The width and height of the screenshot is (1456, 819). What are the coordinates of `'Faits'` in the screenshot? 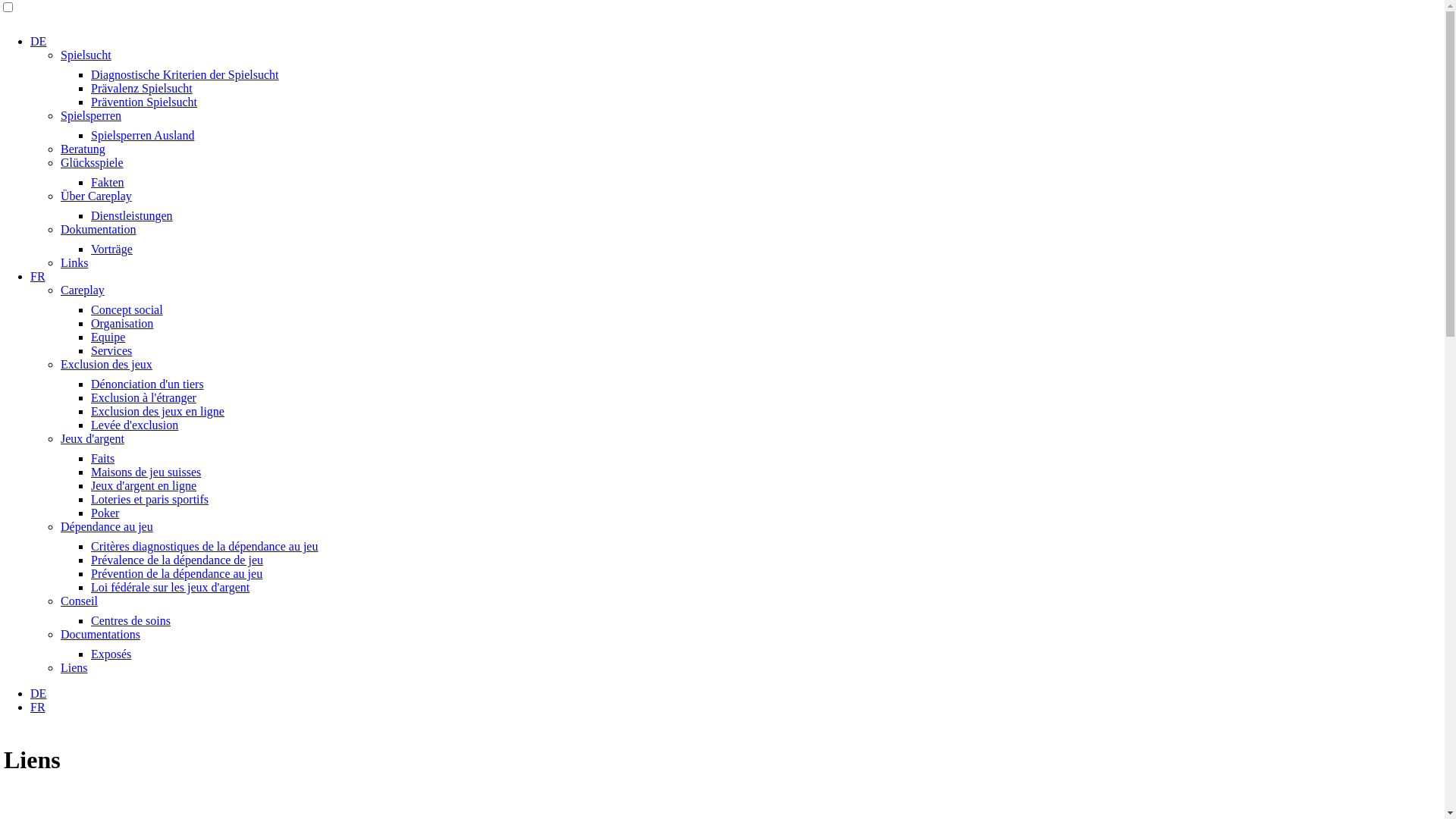 It's located at (102, 457).